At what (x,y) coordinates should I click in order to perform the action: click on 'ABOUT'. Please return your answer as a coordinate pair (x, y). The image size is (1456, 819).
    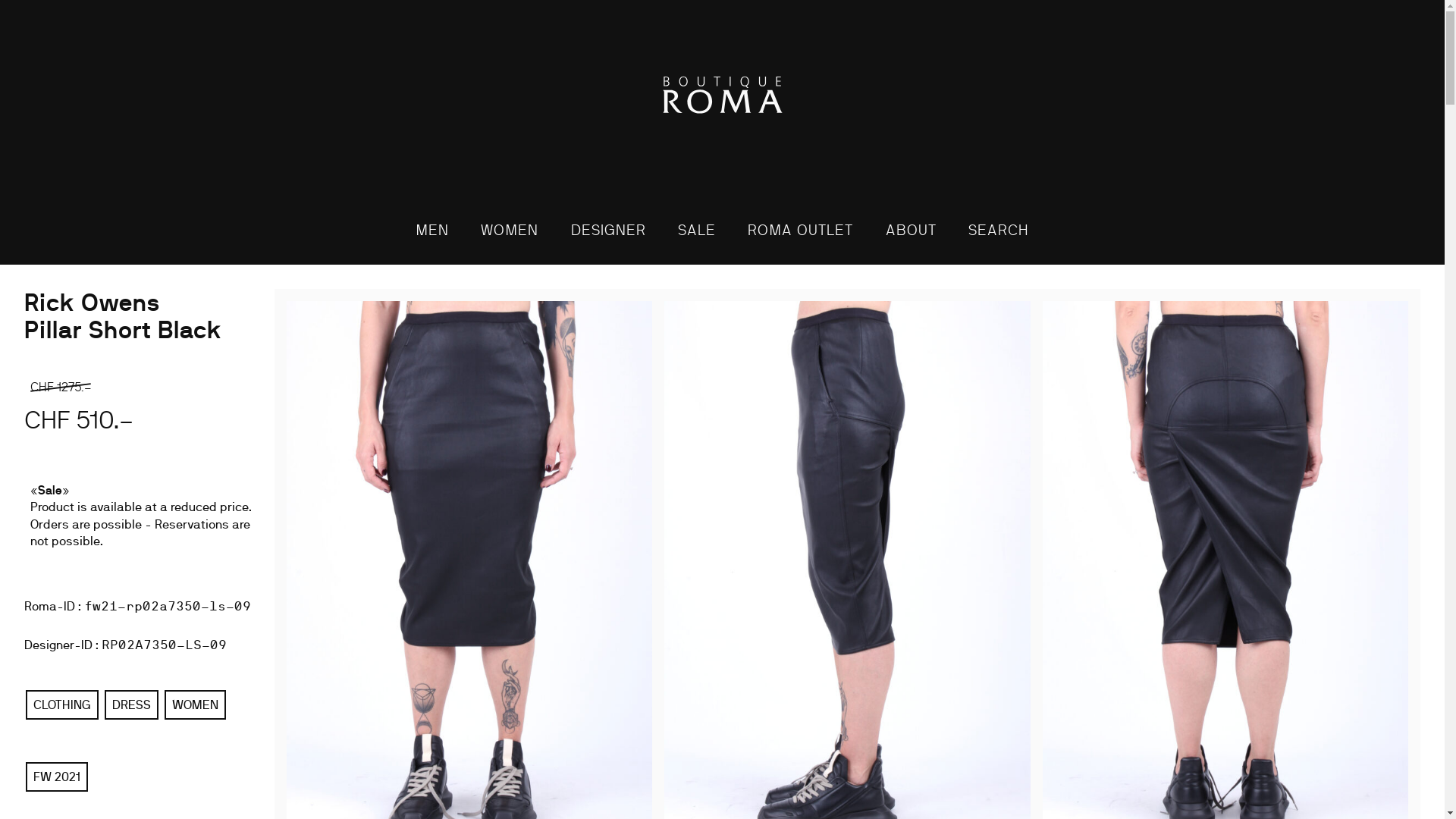
    Looking at the image, I should click on (871, 230).